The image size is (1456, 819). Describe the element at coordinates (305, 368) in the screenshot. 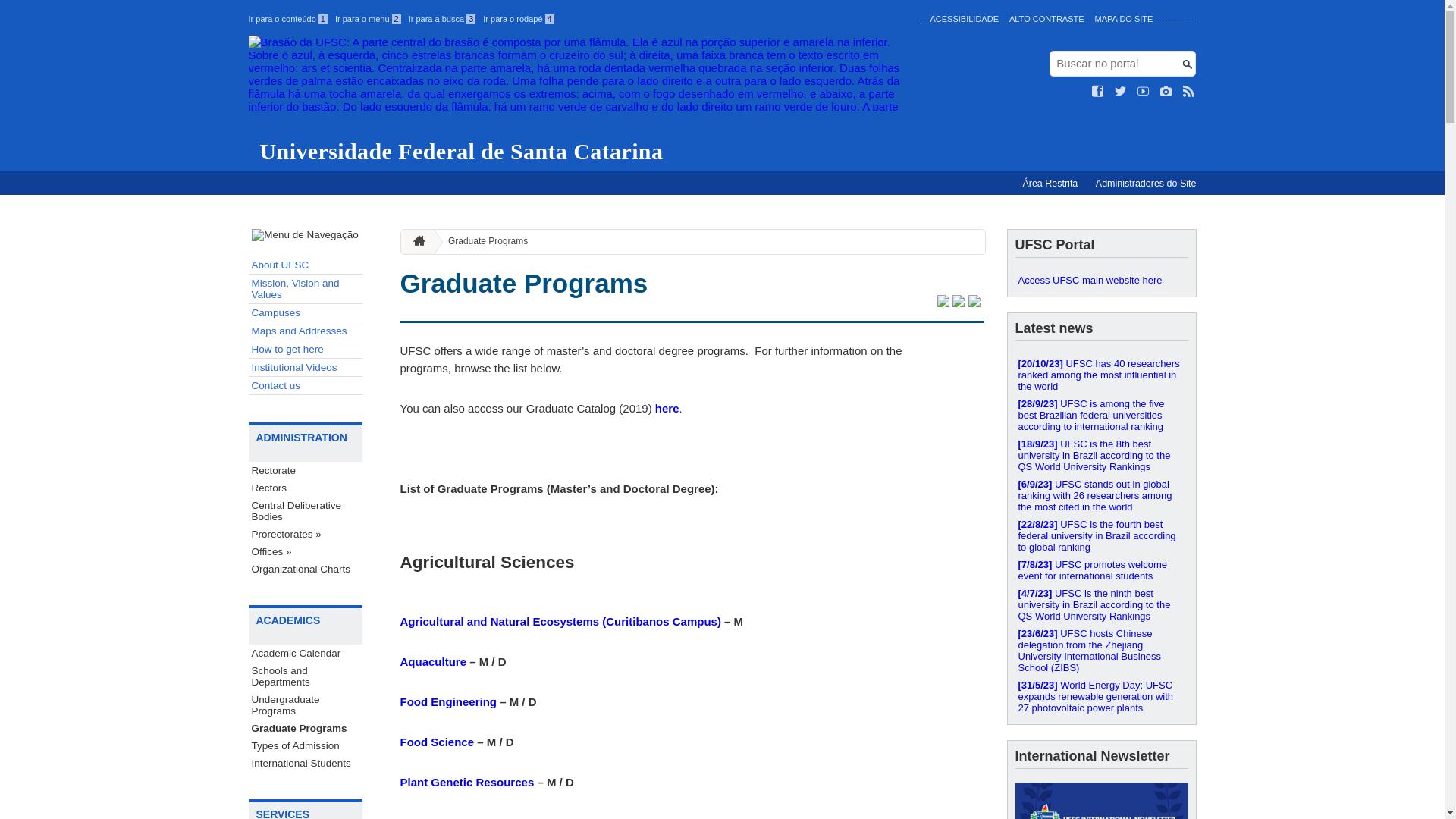

I see `'Institutional Videos'` at that location.